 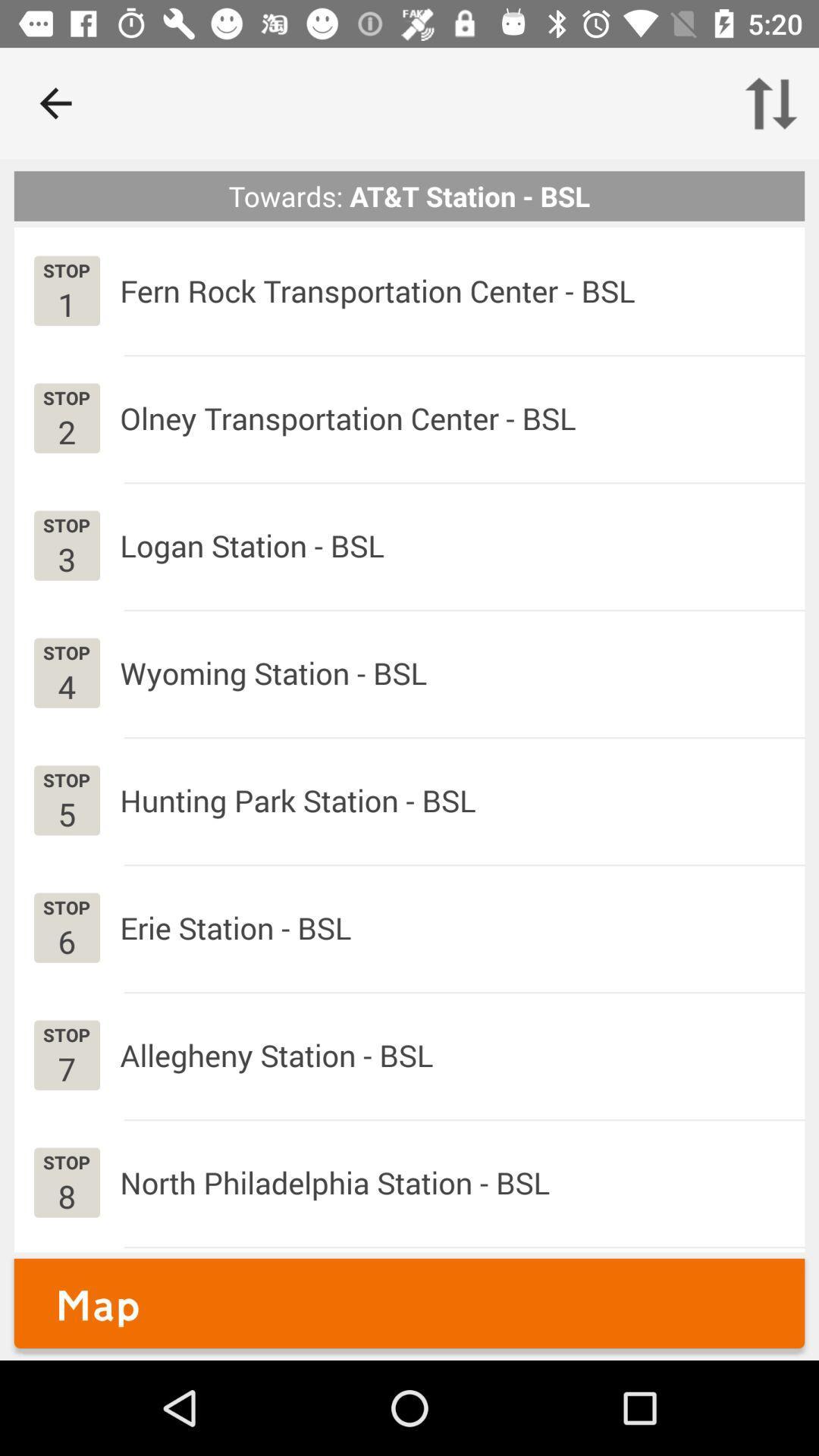 What do you see at coordinates (66, 686) in the screenshot?
I see `app below stop app` at bounding box center [66, 686].